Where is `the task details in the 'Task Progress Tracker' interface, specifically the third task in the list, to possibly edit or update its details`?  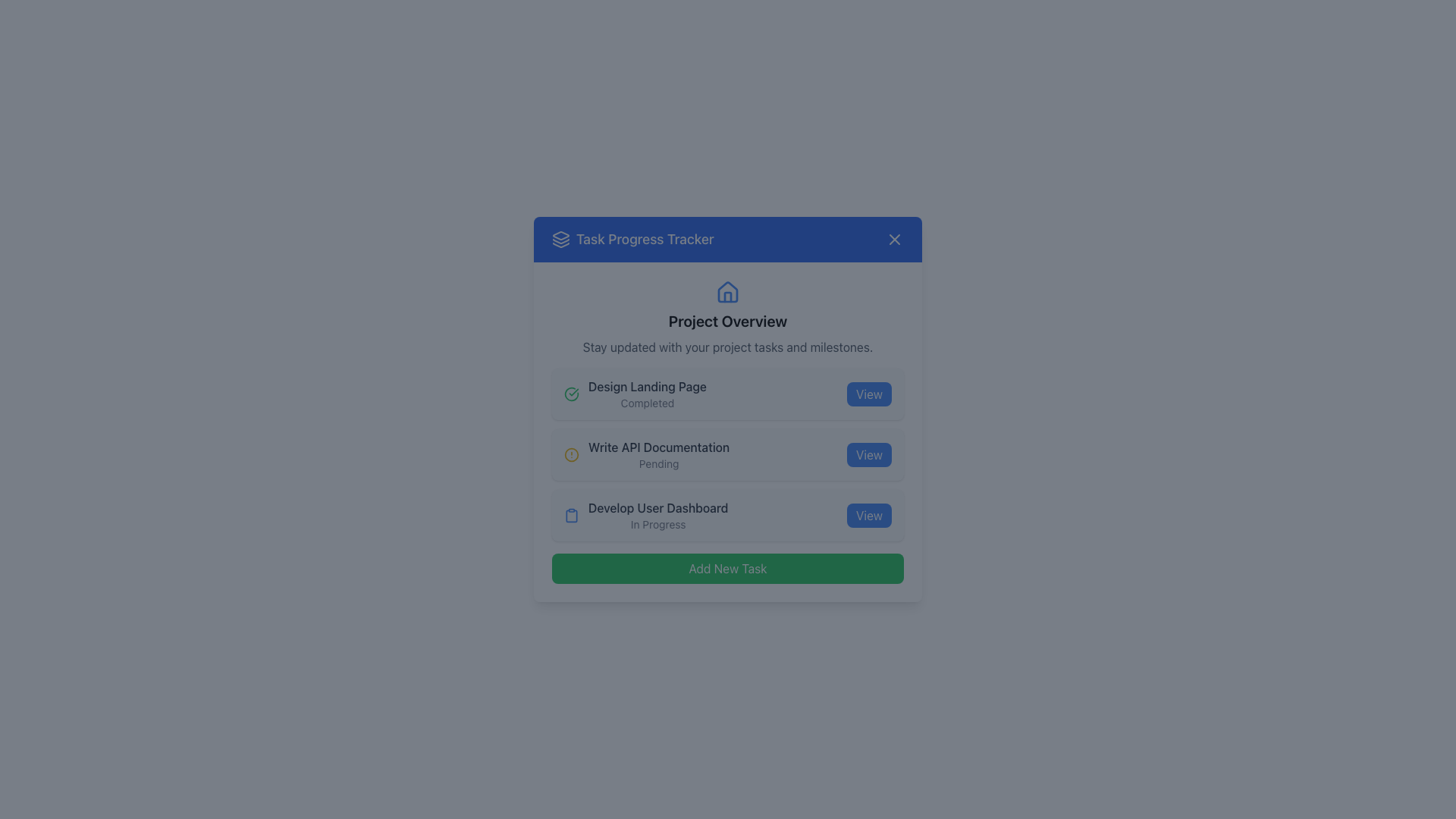 the task details in the 'Task Progress Tracker' interface, specifically the third task in the list, to possibly edit or update its details is located at coordinates (658, 514).